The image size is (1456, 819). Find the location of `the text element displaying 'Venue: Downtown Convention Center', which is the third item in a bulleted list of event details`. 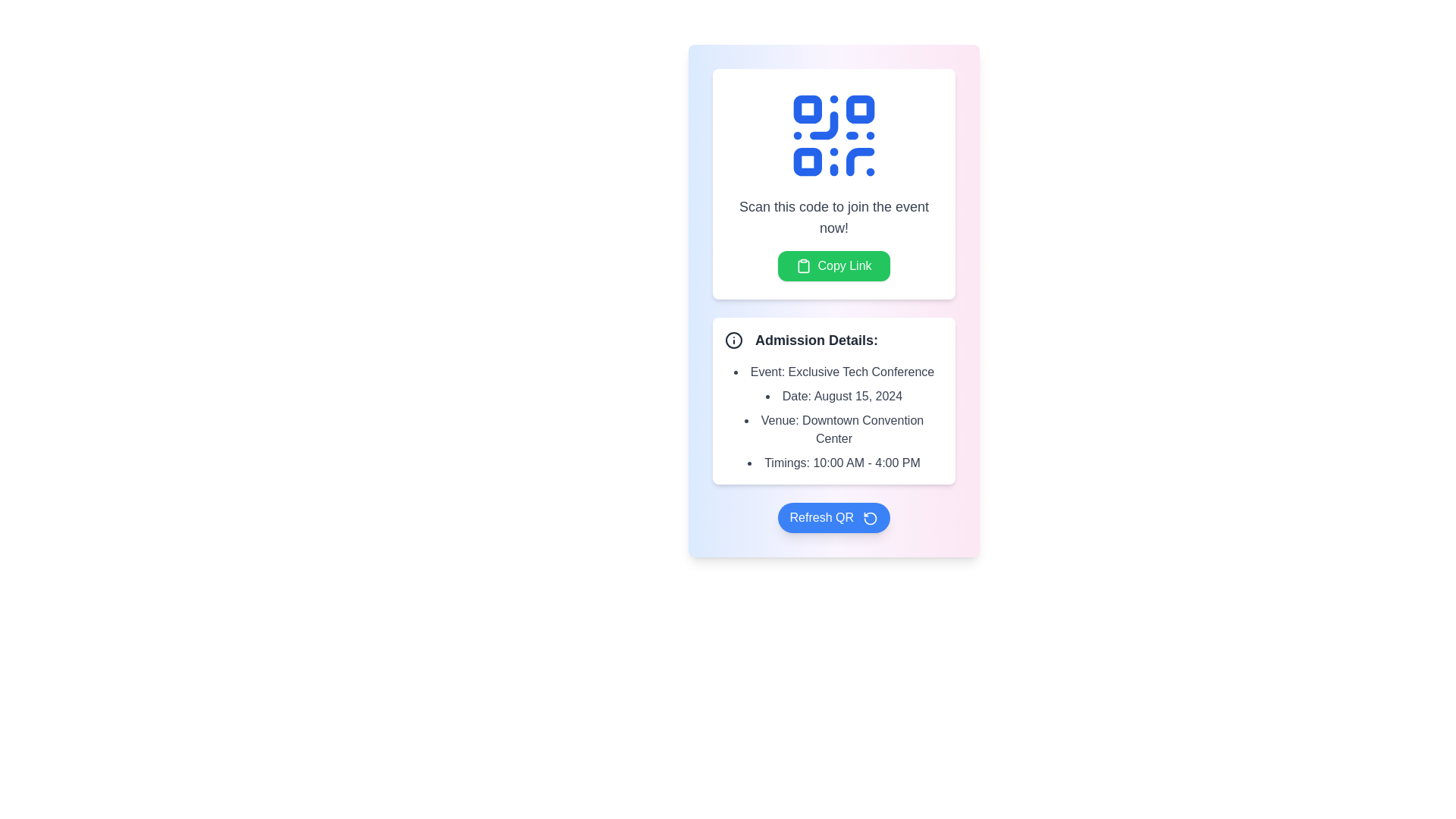

the text element displaying 'Venue: Downtown Convention Center', which is the third item in a bulleted list of event details is located at coordinates (833, 430).